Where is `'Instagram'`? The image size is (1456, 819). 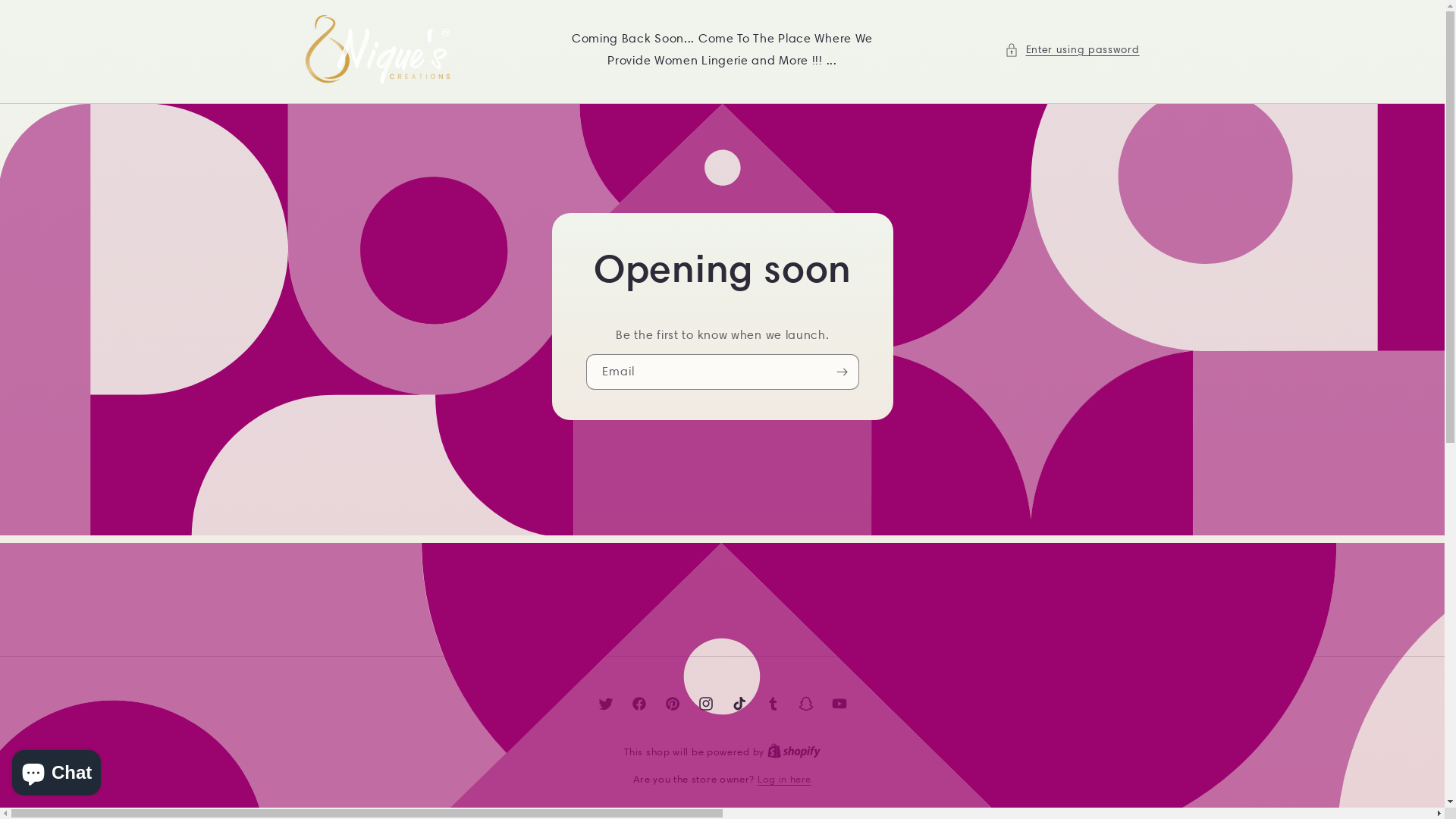
'Instagram' is located at coordinates (687, 704).